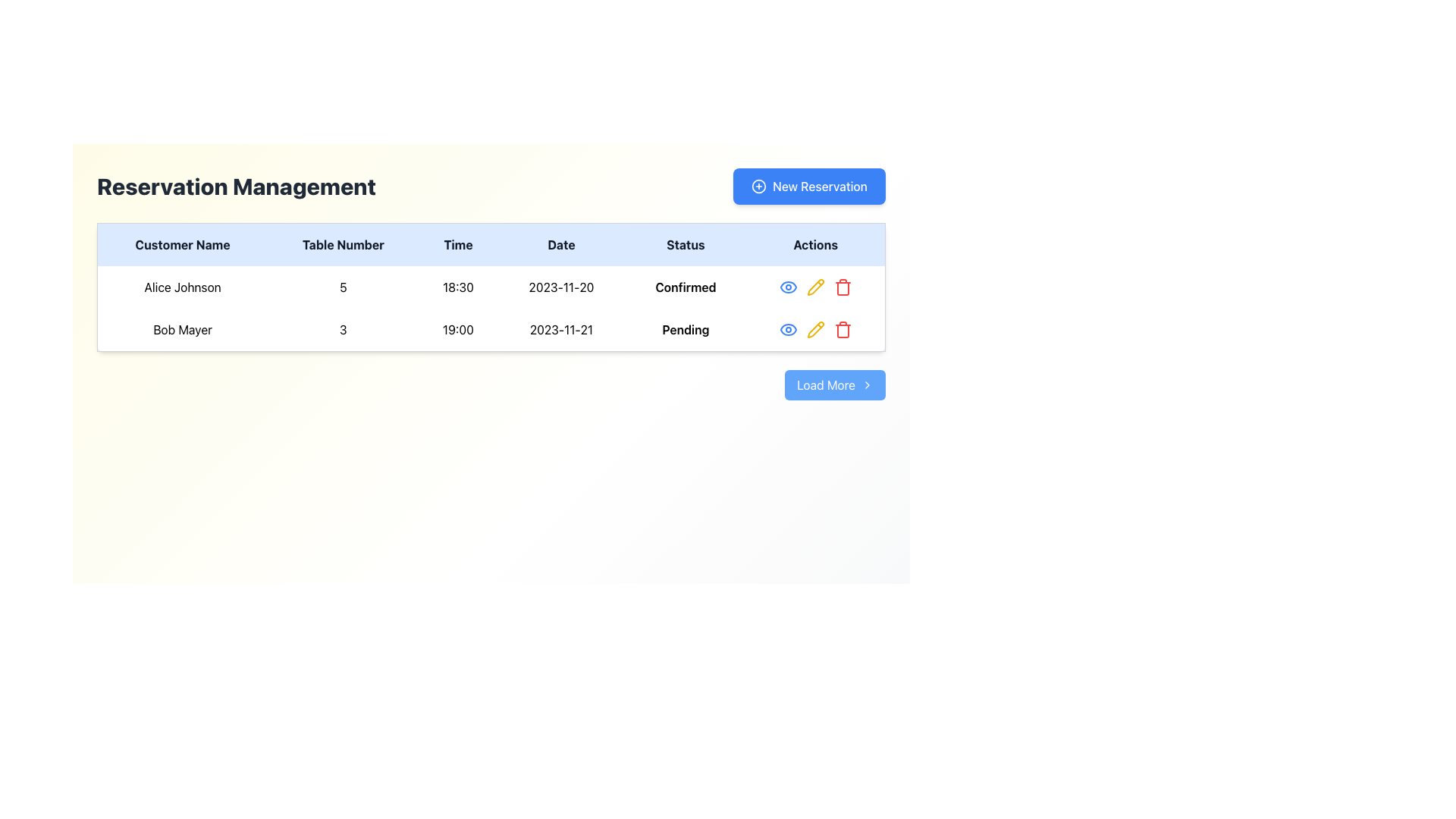 This screenshot has width=1456, height=819. Describe the element at coordinates (457, 243) in the screenshot. I see `the 'Time' text label, which is a bold, black font label in a light blue background, located in the table header between 'Table Number' and 'Date'` at that location.